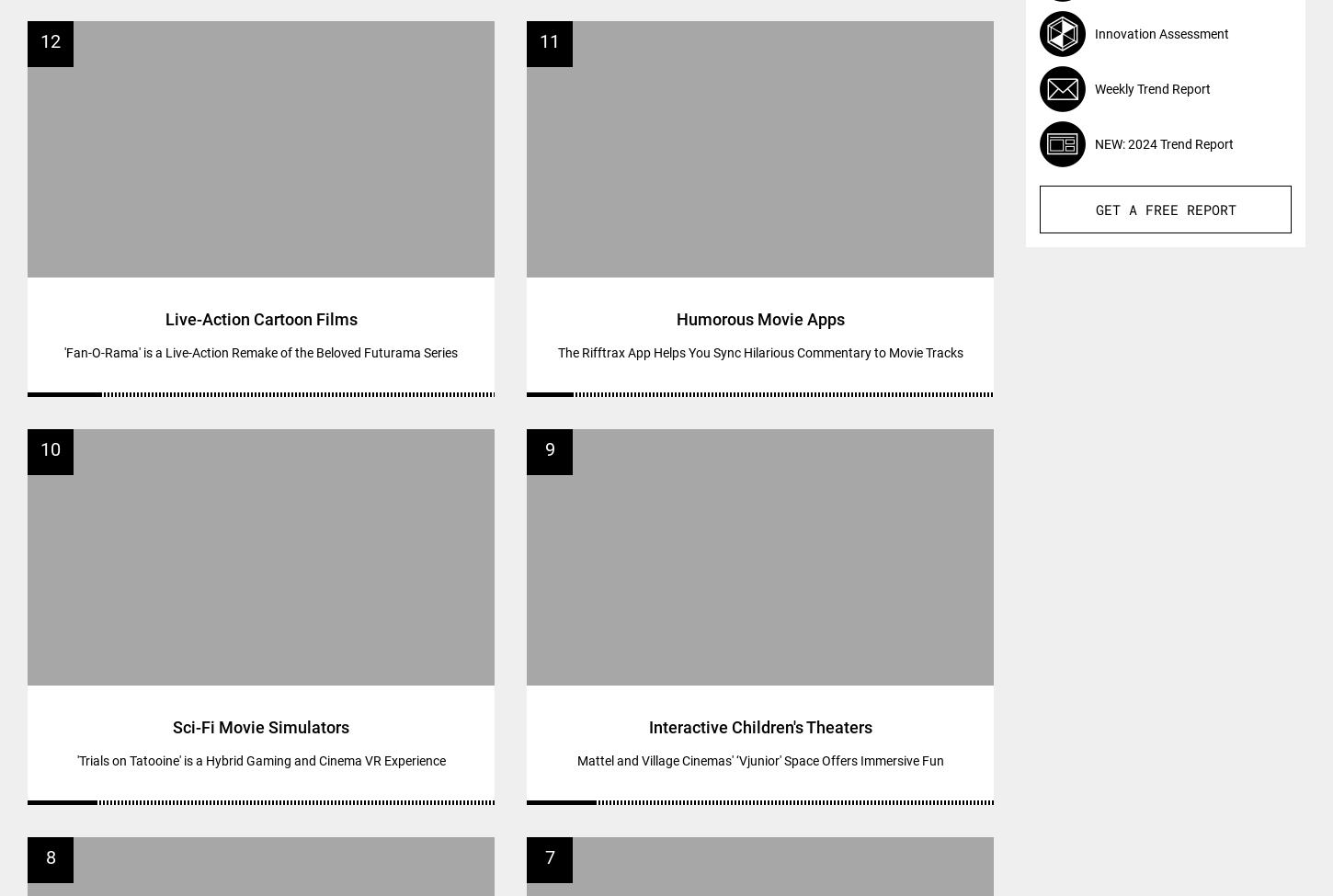 The image size is (1333, 896). Describe the element at coordinates (1161, 33) in the screenshot. I see `'Innovation Assessment'` at that location.